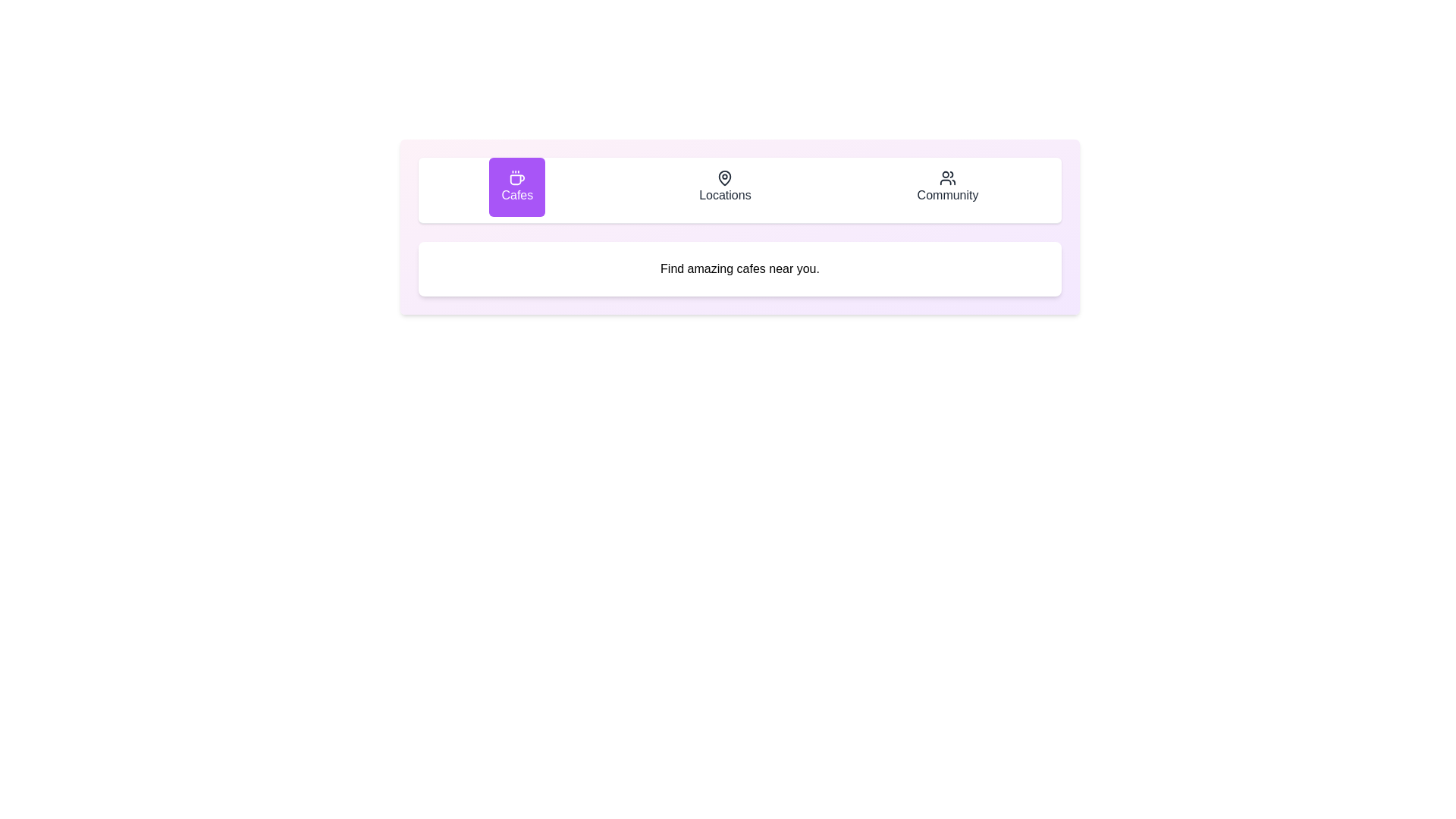 This screenshot has height=819, width=1456. I want to click on the button labeled 'Locations' which has a map pin icon above the text, so click(724, 186).